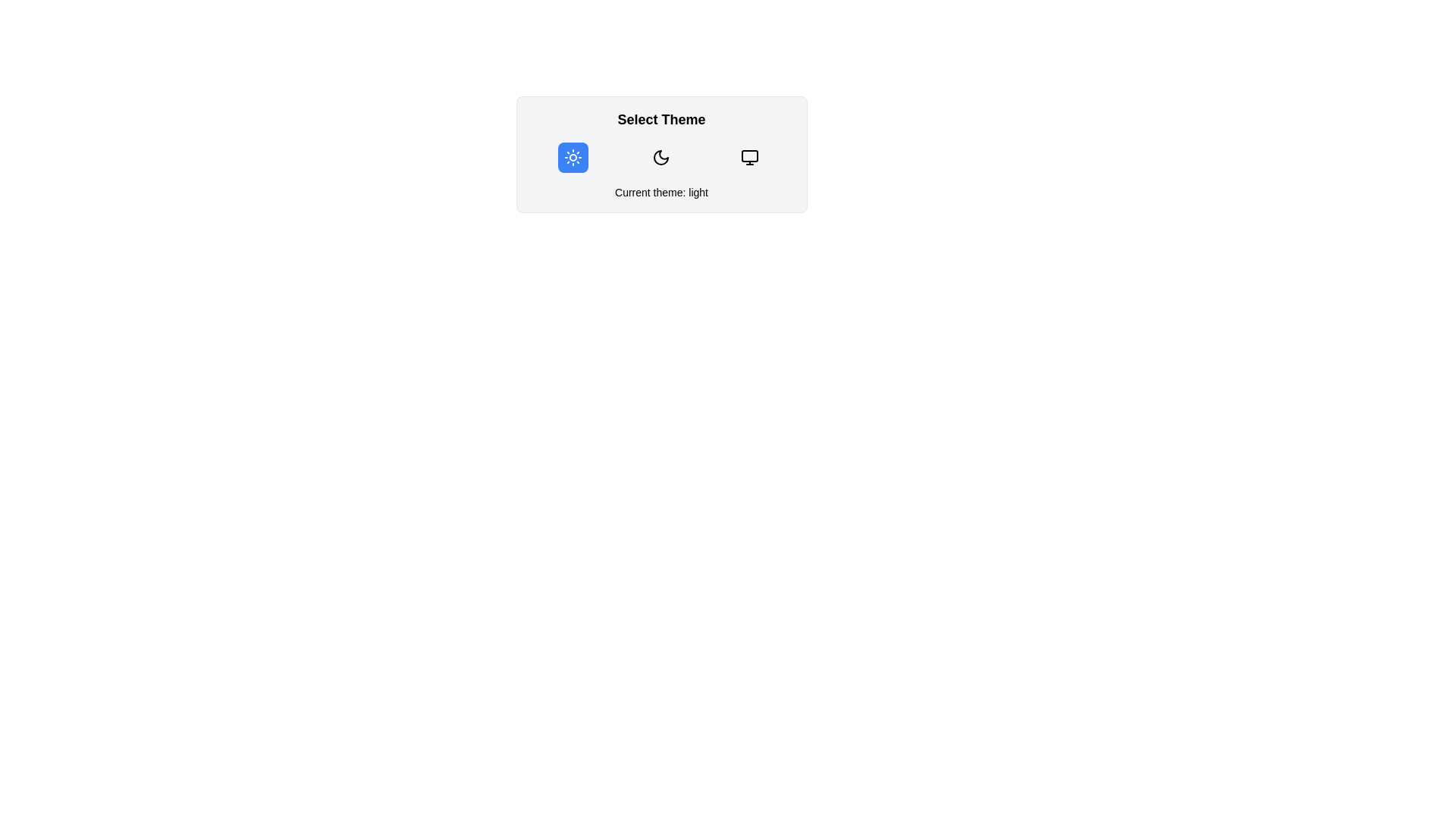 The image size is (1456, 819). Describe the element at coordinates (749, 158) in the screenshot. I see `the icon resembling a monitor with a stand, which is the third option` at that location.